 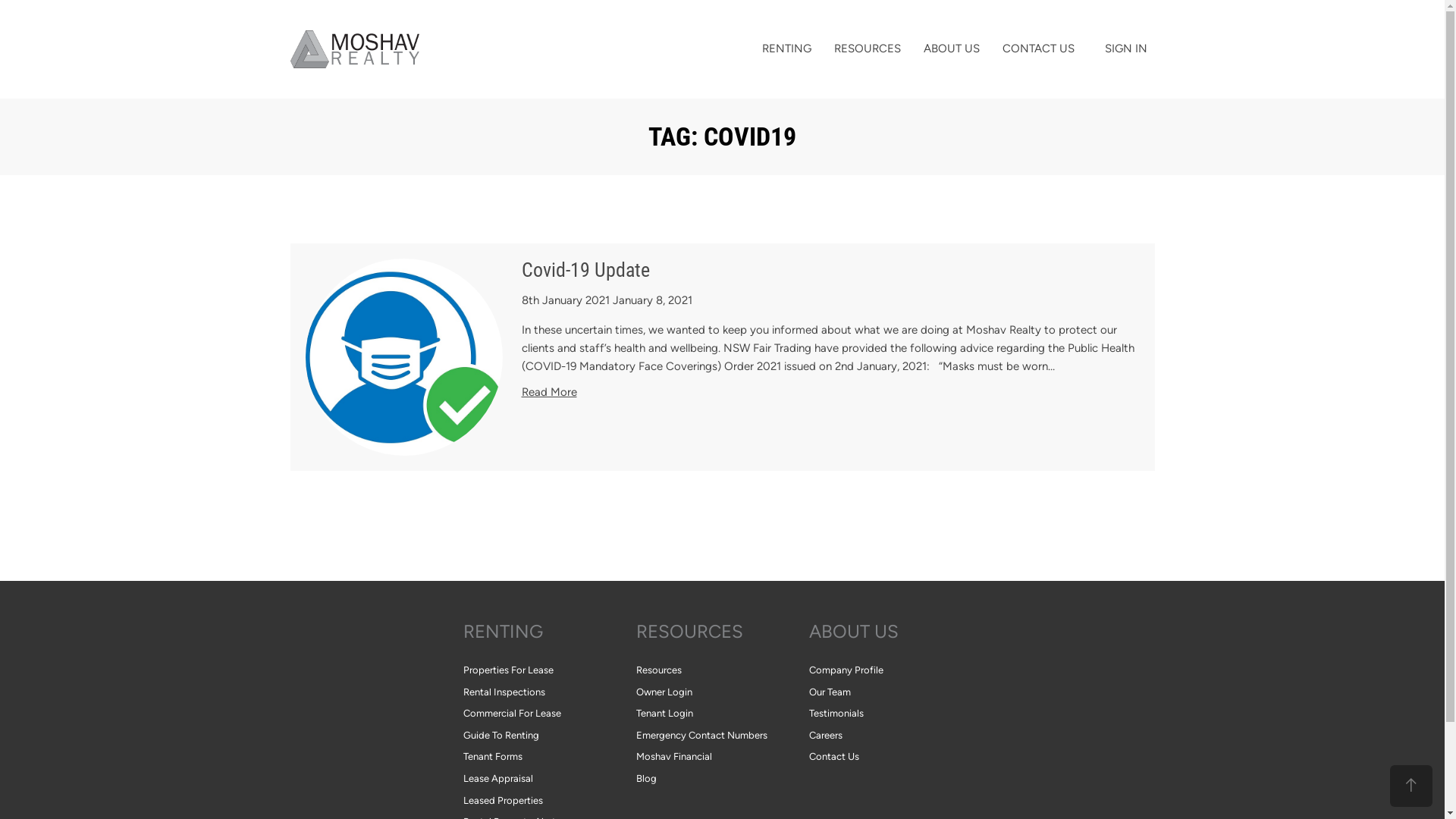 What do you see at coordinates (548, 714) in the screenshot?
I see `'Commercial For Lease'` at bounding box center [548, 714].